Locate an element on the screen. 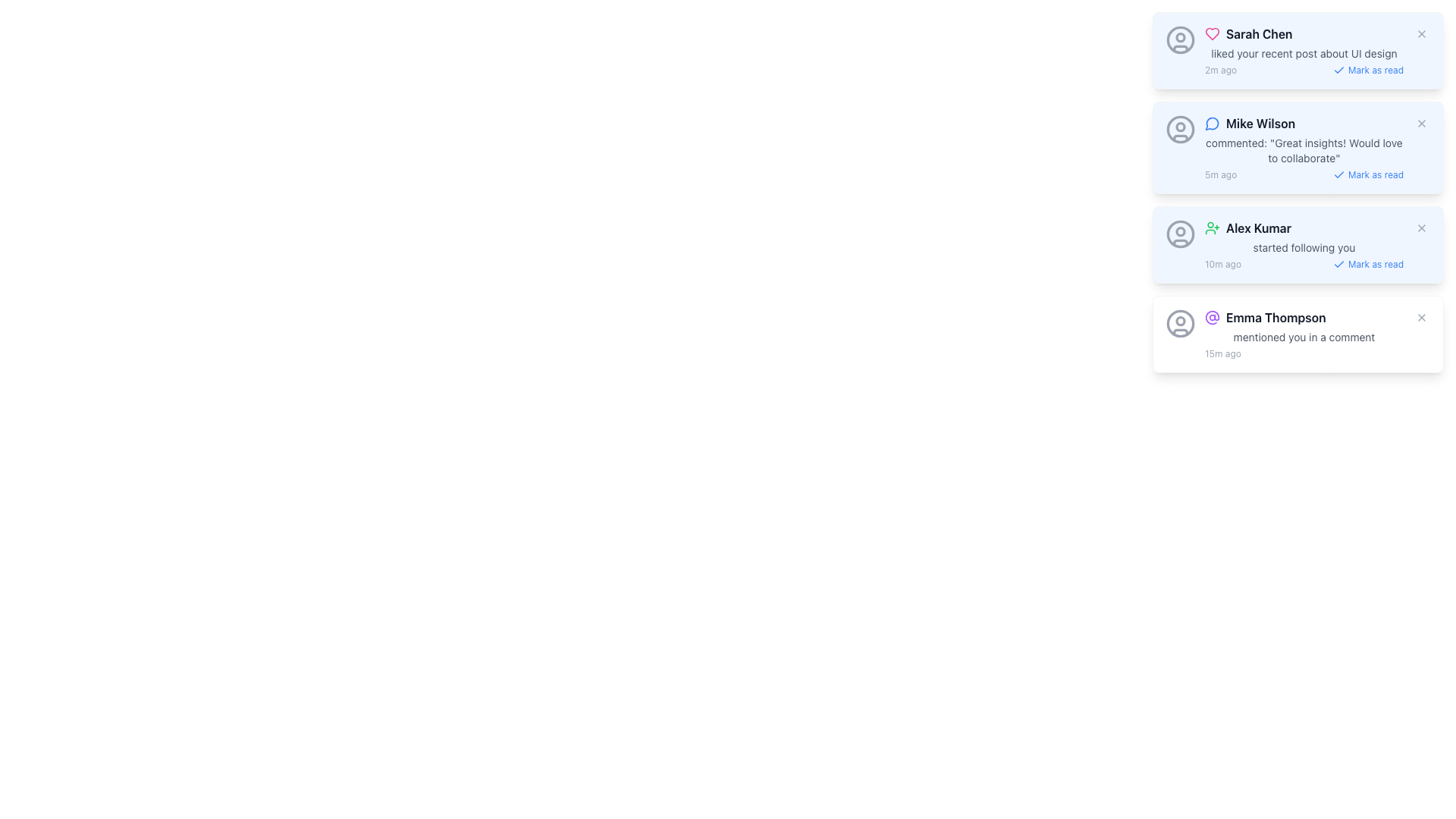 The width and height of the screenshot is (1456, 819). the 'X' icon button in the top-right corner of the notification card labeled with 'Mike Wilson' is located at coordinates (1421, 122).